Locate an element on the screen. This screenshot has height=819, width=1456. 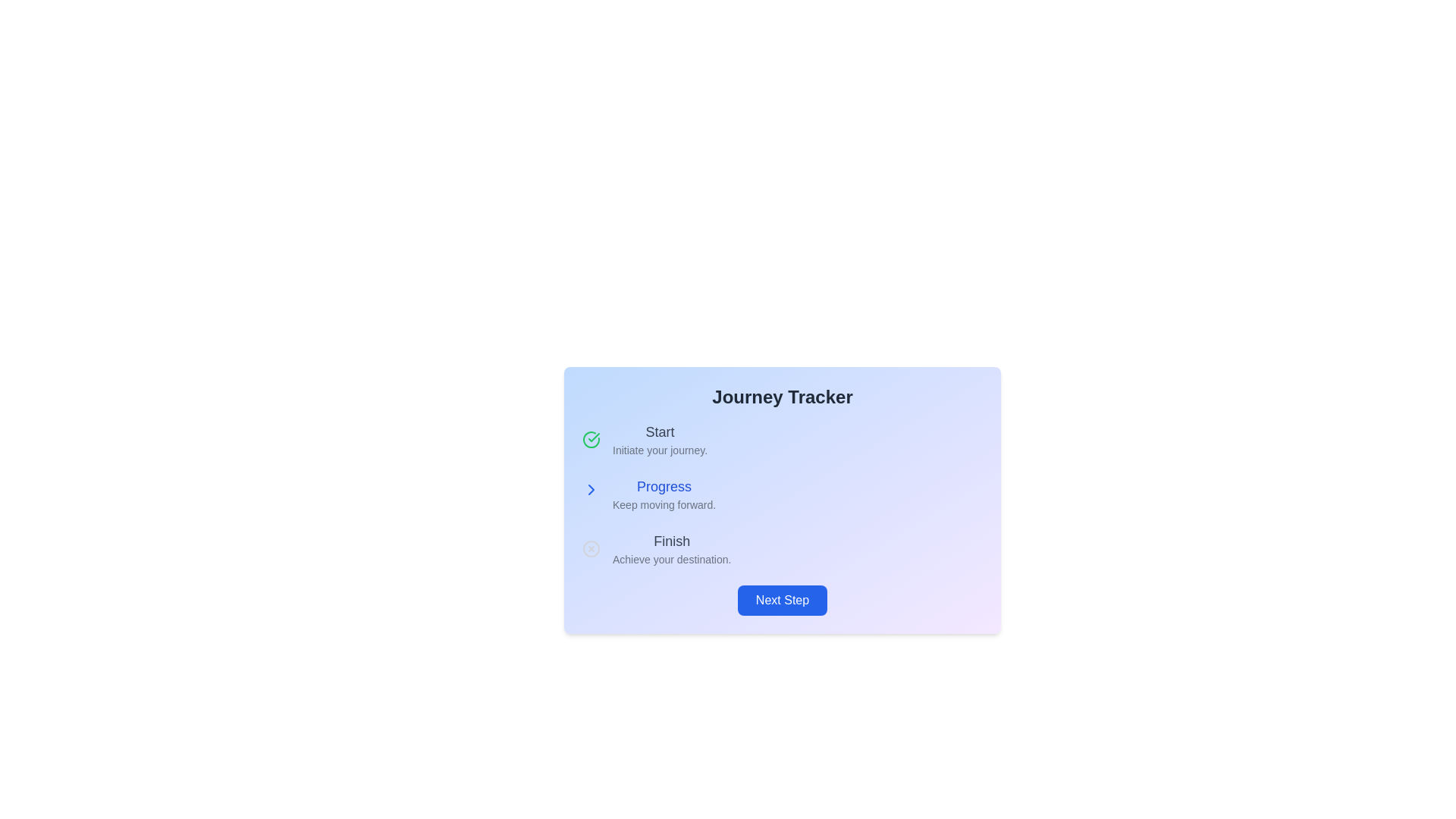
the text element displaying 'Keep moving forward.', which is styled with a small-sized, gray font and located directly below the 'Progress' text is located at coordinates (664, 505).